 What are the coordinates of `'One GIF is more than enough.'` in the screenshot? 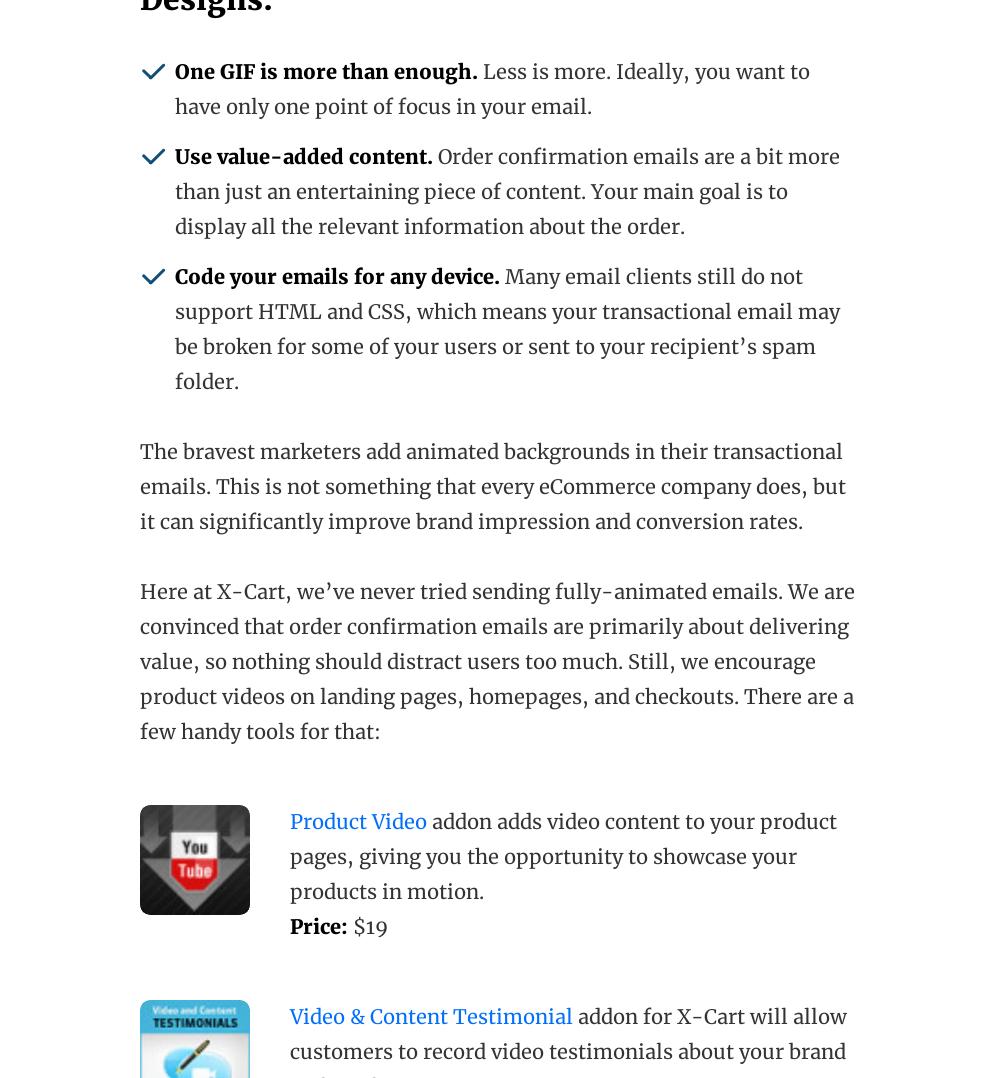 It's located at (325, 71).